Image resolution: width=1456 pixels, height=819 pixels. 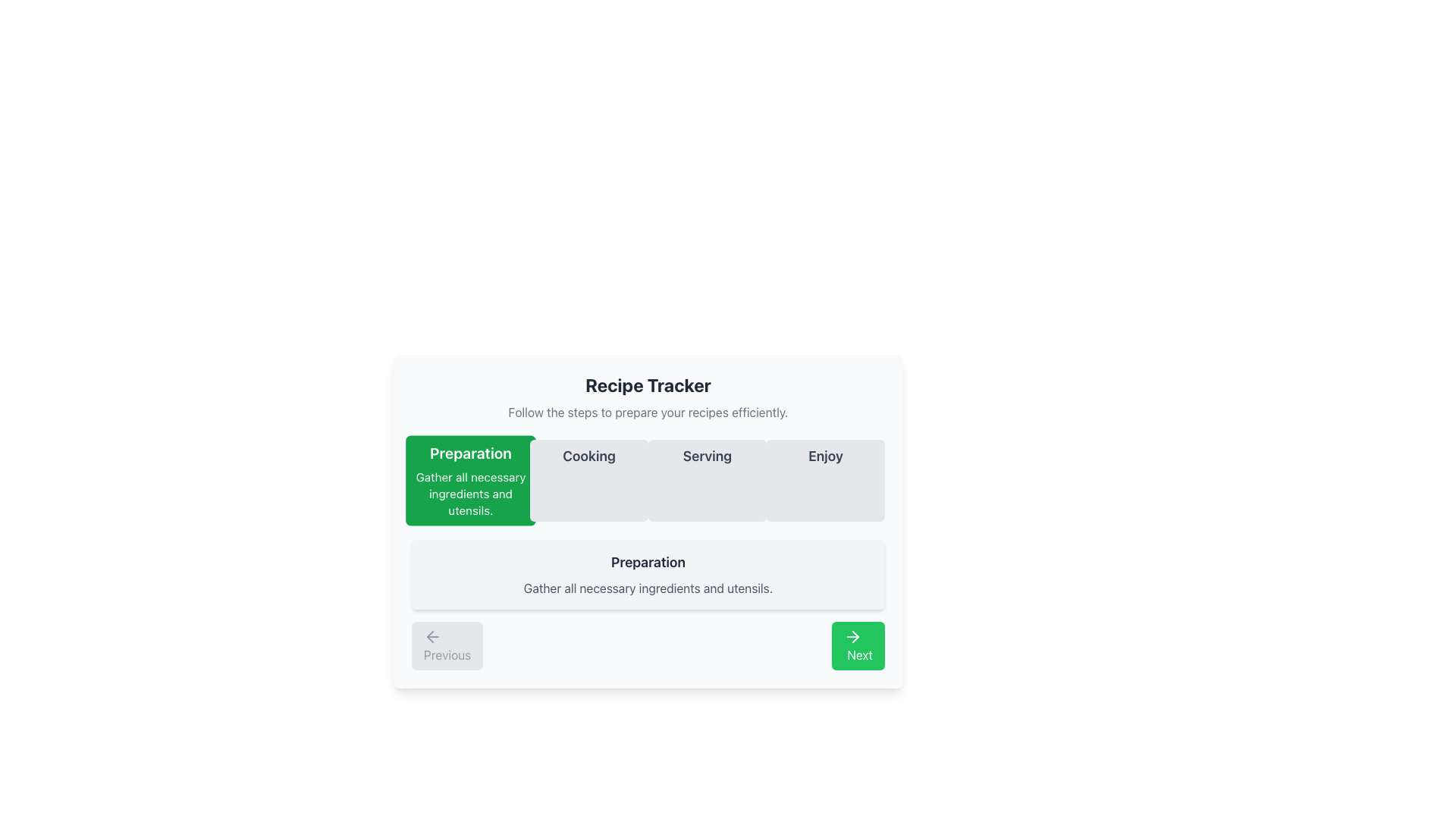 What do you see at coordinates (469, 452) in the screenshot?
I see `the 'Preparation' text label, which identifies the preparation stage of the recipe process and is centrally aligned within a green rectangular background at the upper-left area of the interface` at bounding box center [469, 452].